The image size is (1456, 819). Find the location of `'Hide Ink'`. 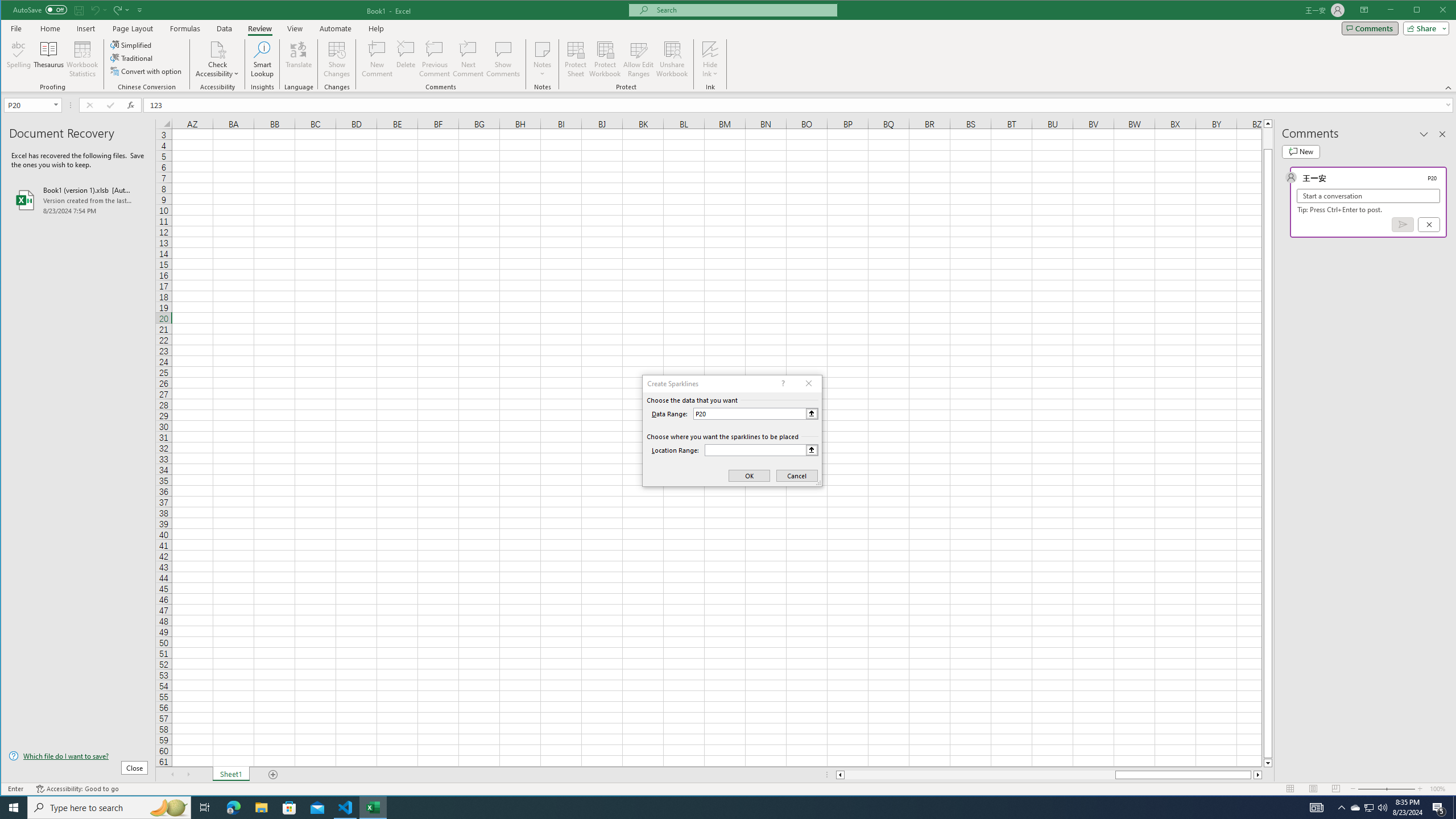

'Hide Ink' is located at coordinates (710, 48).